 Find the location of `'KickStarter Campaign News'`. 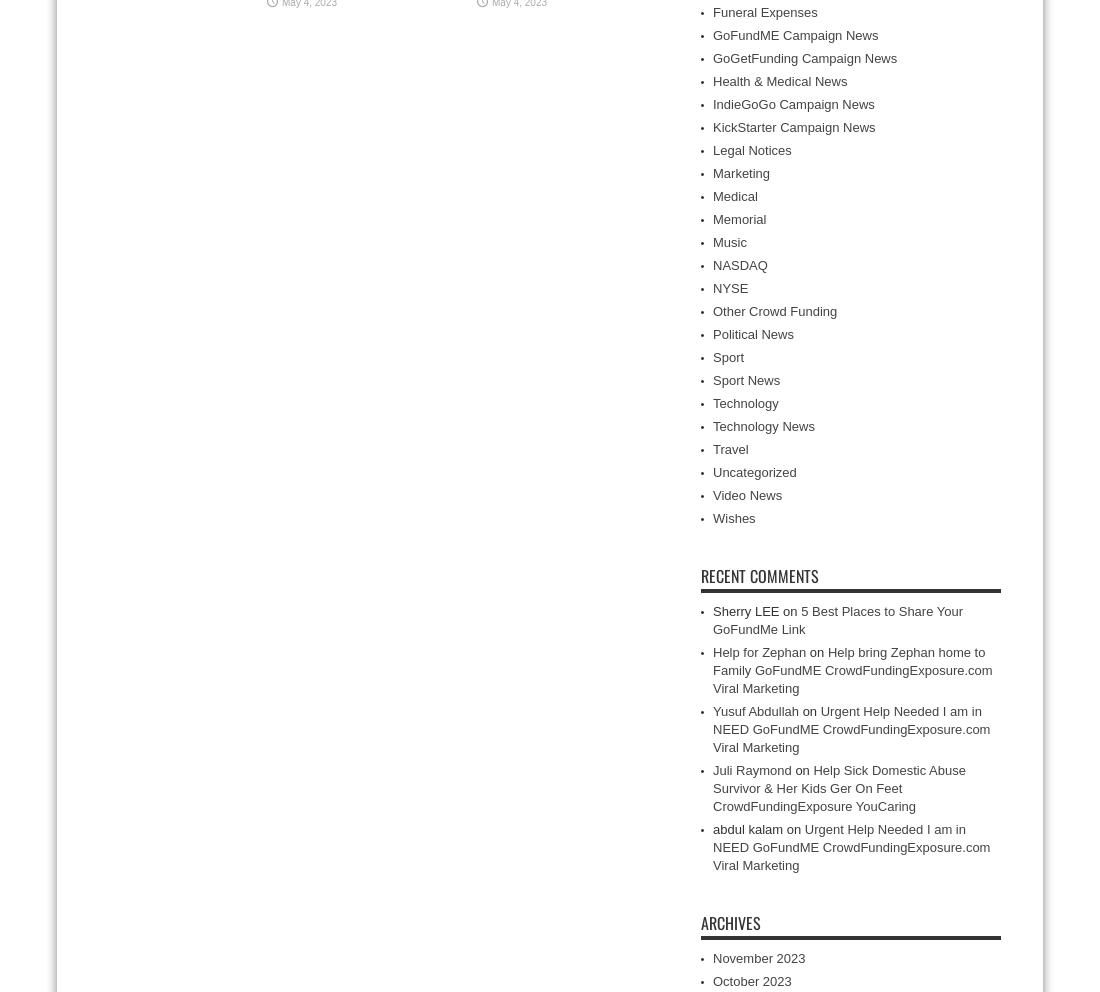

'KickStarter Campaign News' is located at coordinates (793, 127).